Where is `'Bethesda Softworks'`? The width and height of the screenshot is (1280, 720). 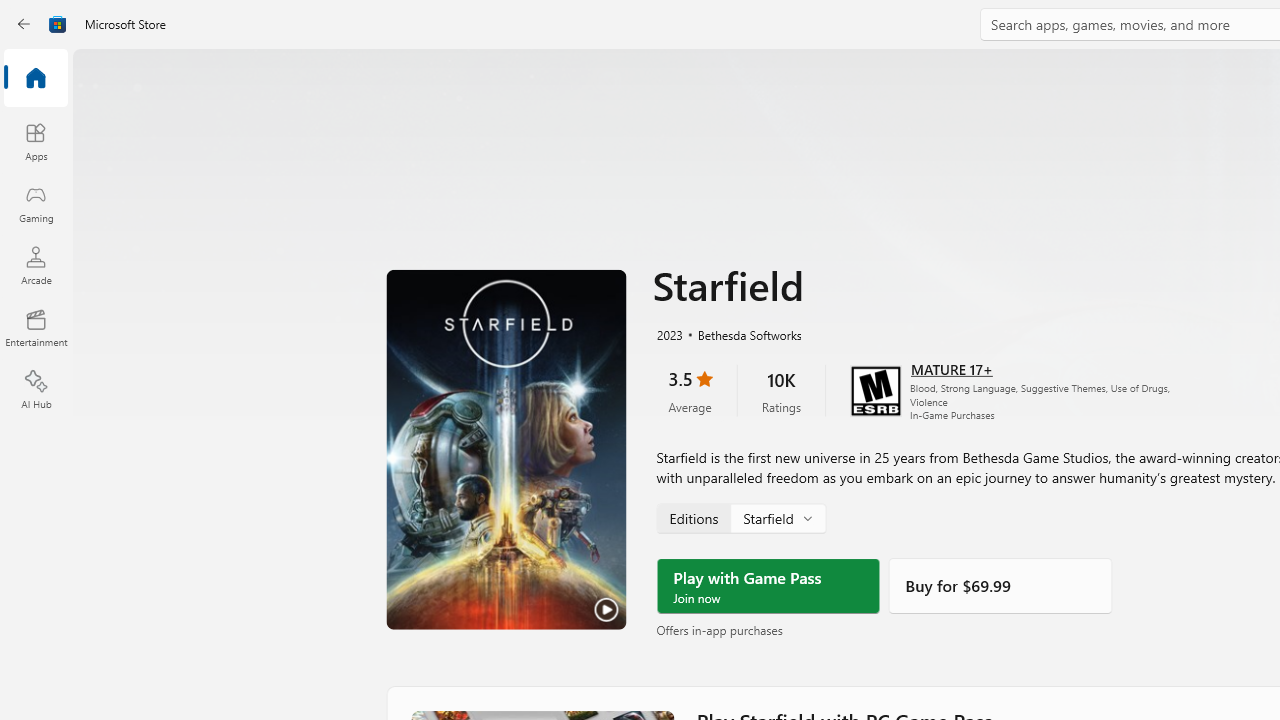
'Bethesda Softworks' is located at coordinates (740, 332).